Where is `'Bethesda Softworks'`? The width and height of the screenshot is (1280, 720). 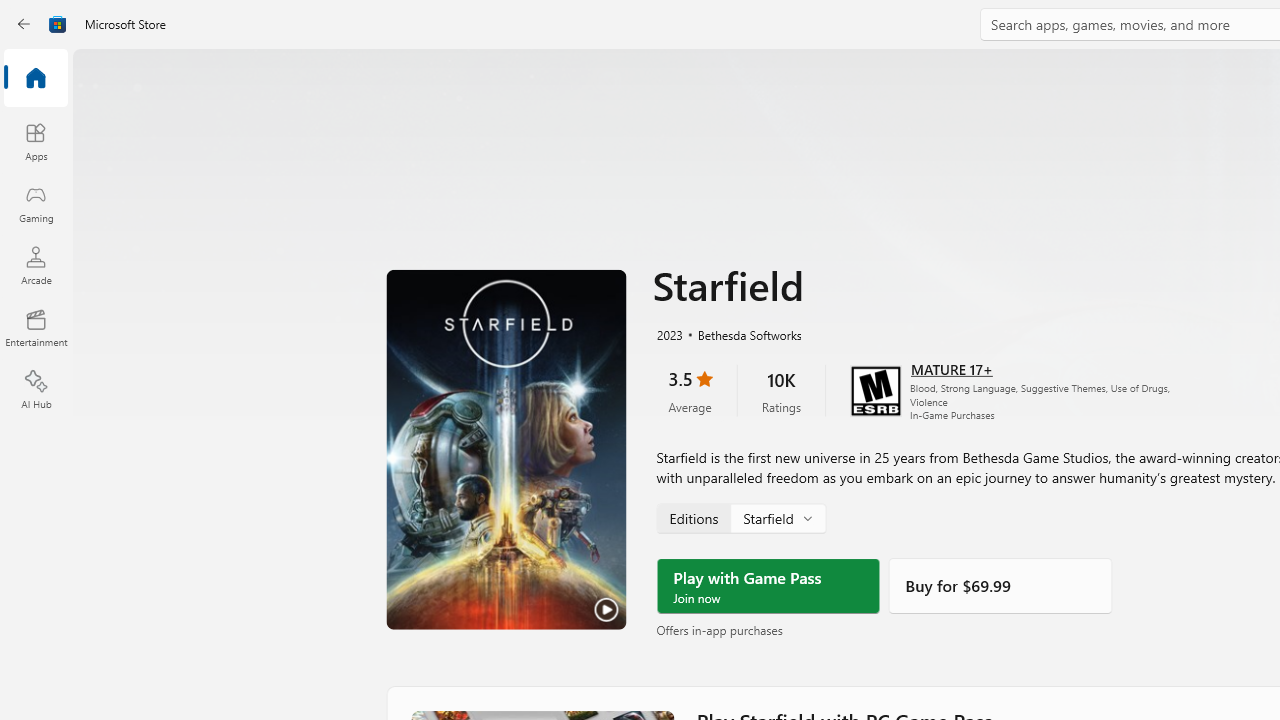
'Bethesda Softworks' is located at coordinates (740, 332).